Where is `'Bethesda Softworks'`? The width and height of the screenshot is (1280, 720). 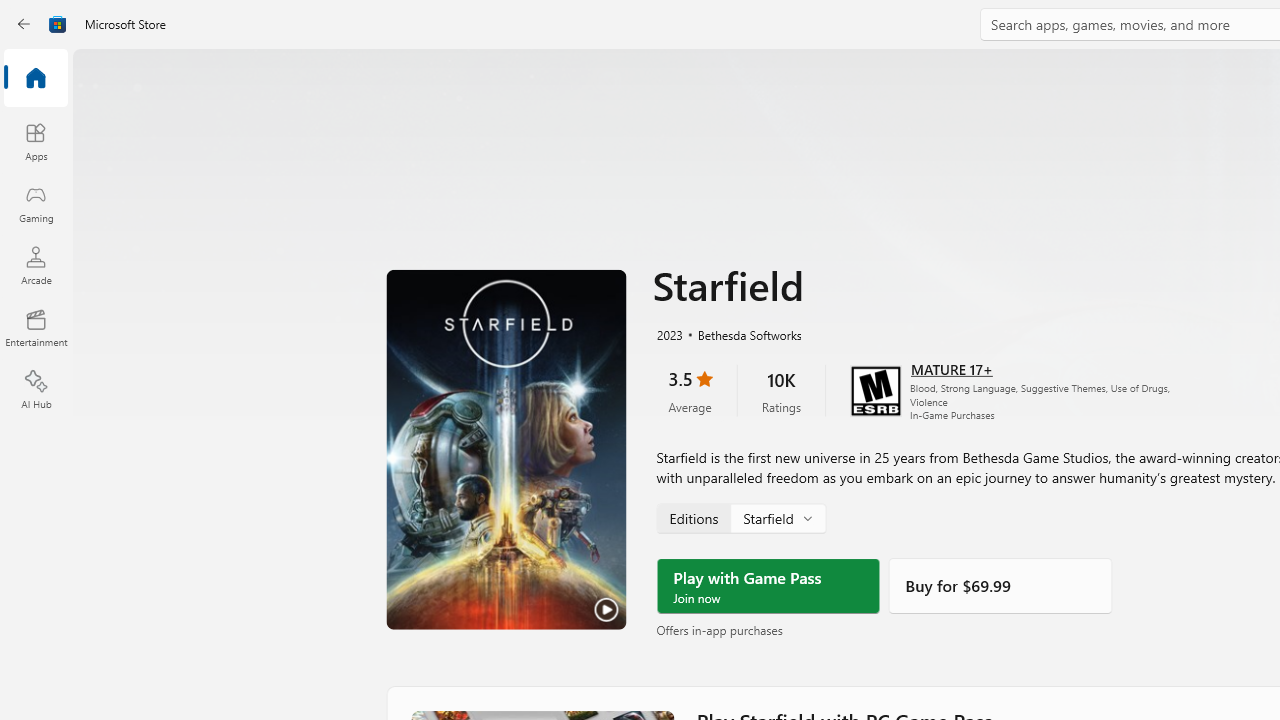
'Bethesda Softworks' is located at coordinates (740, 332).